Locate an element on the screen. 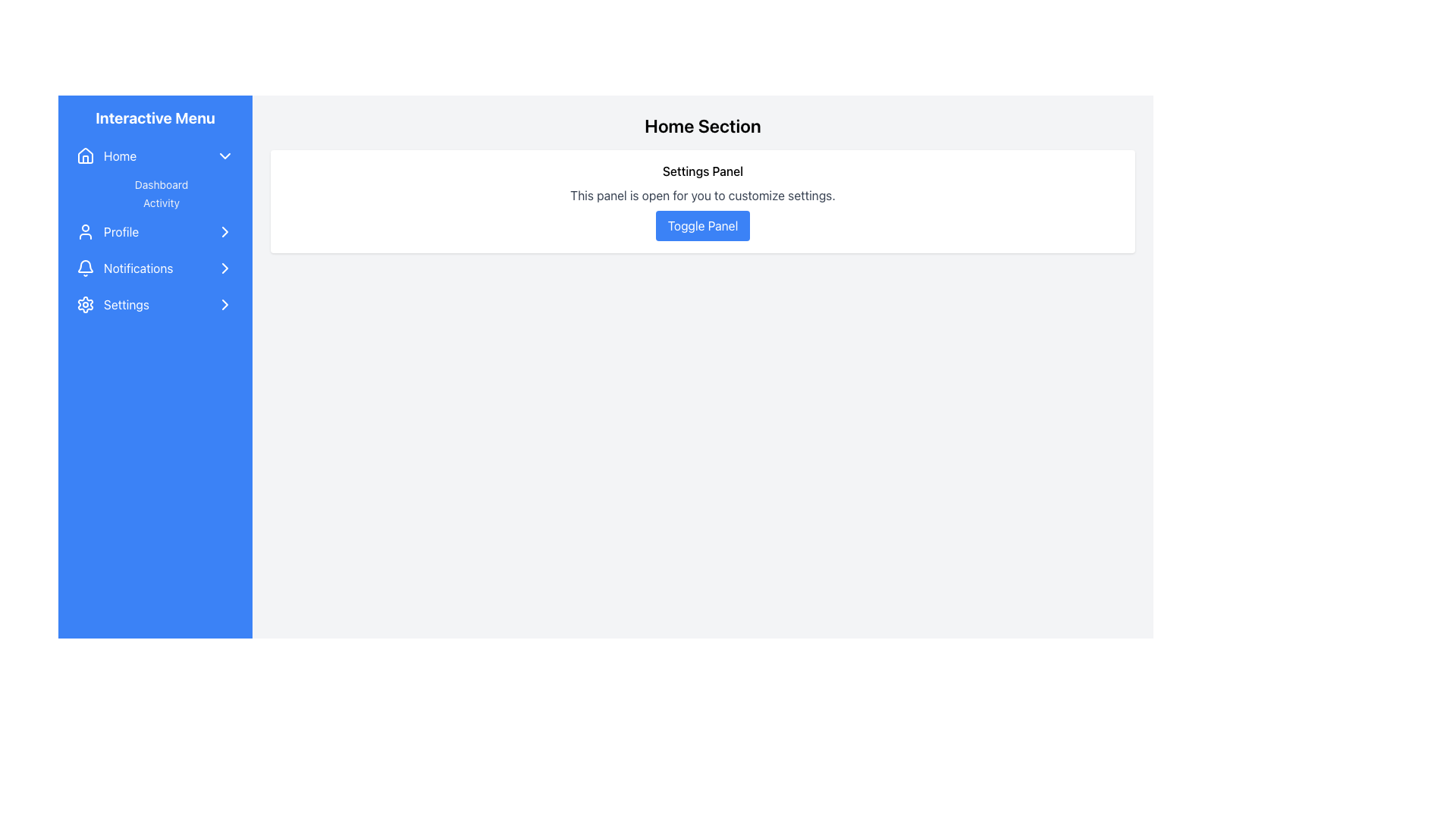 This screenshot has height=819, width=1456. the 'Notifications' text label, which is styled in white text on a blue background and is the fourth item in the vertical menu of the left sidebar is located at coordinates (138, 268).